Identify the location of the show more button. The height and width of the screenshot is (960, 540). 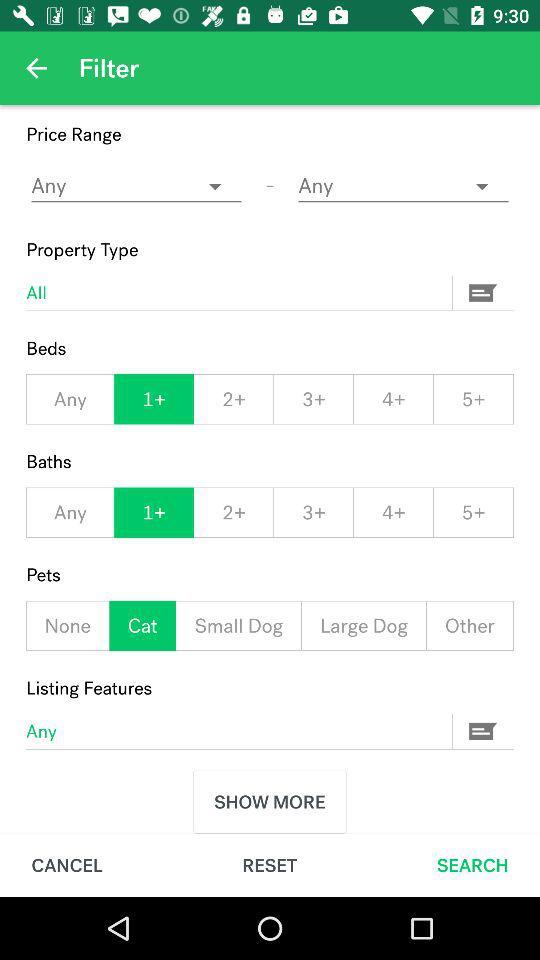
(270, 802).